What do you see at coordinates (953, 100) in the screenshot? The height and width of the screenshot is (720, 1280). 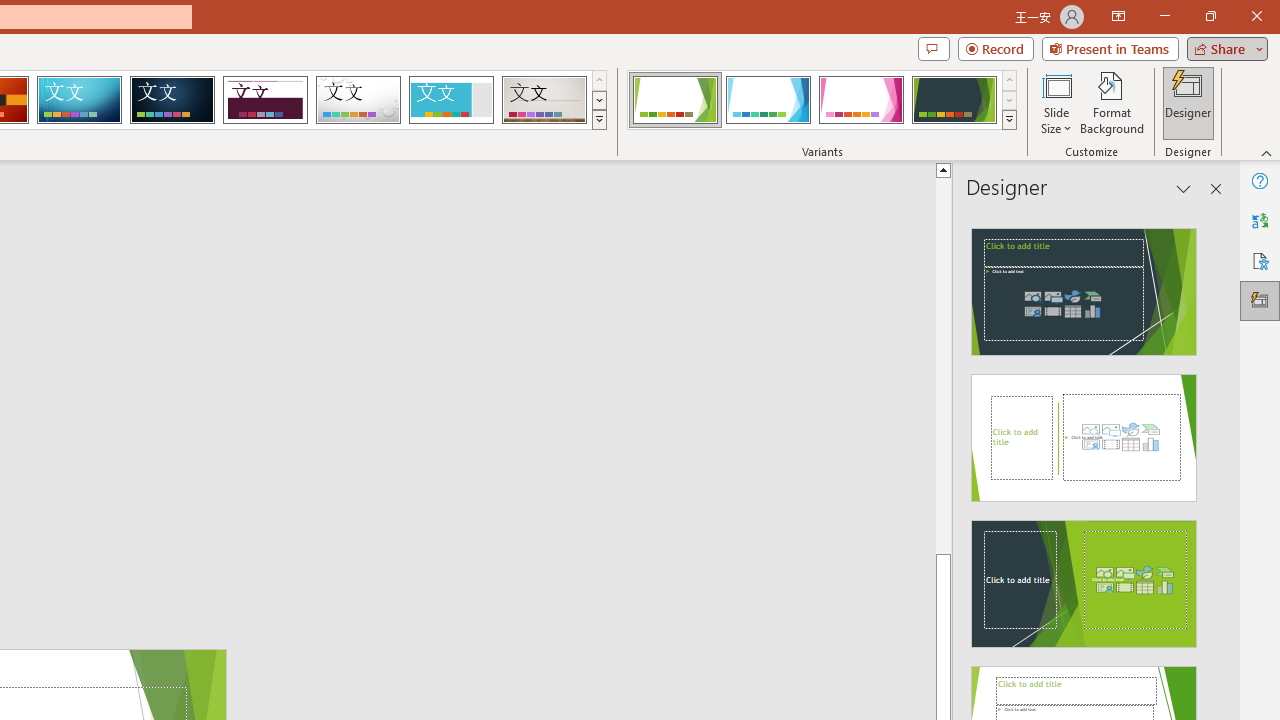 I see `'Facet Variant 4'` at bounding box center [953, 100].